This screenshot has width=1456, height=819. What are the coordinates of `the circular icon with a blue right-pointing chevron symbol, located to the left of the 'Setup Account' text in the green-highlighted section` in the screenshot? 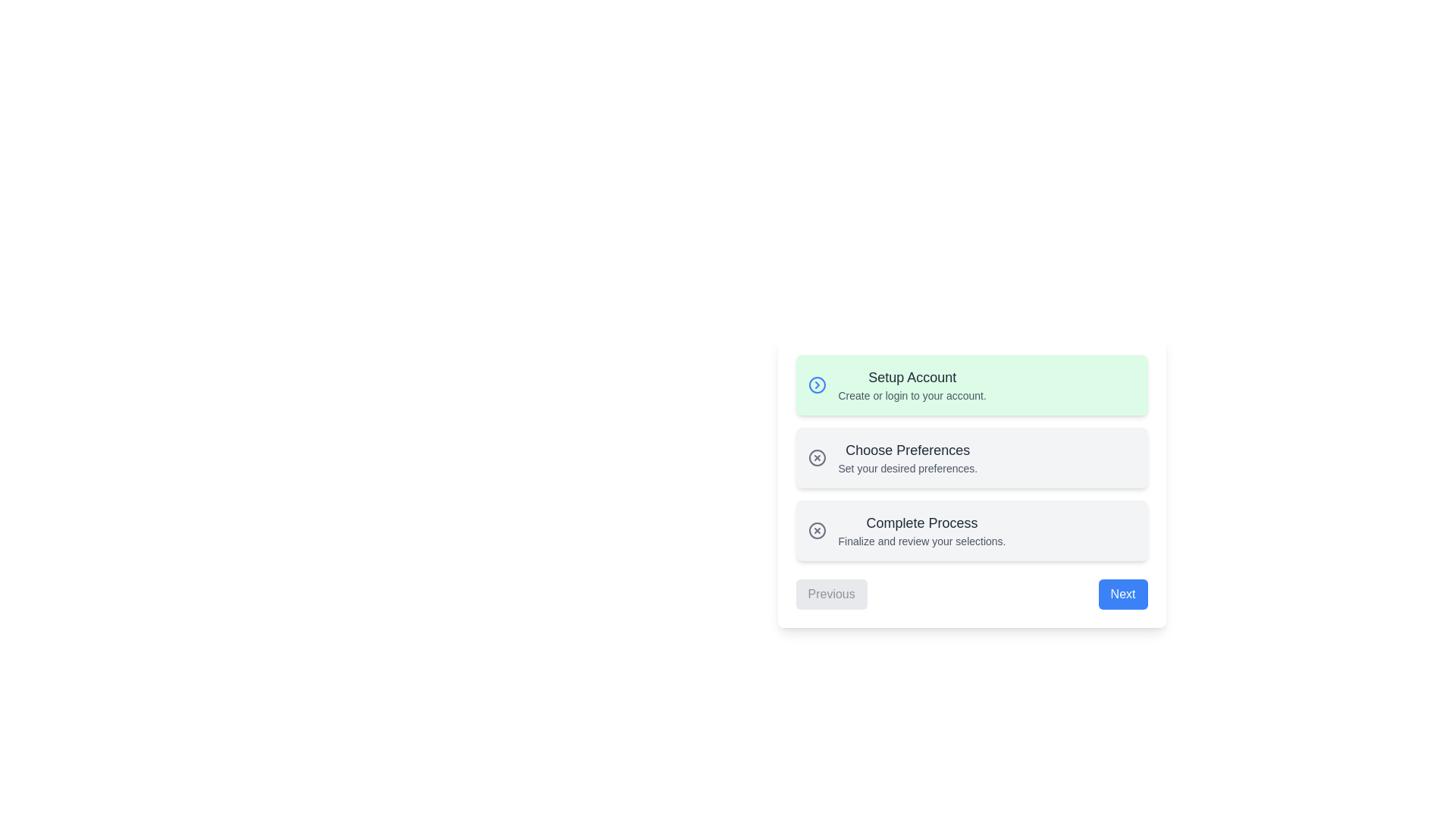 It's located at (816, 384).